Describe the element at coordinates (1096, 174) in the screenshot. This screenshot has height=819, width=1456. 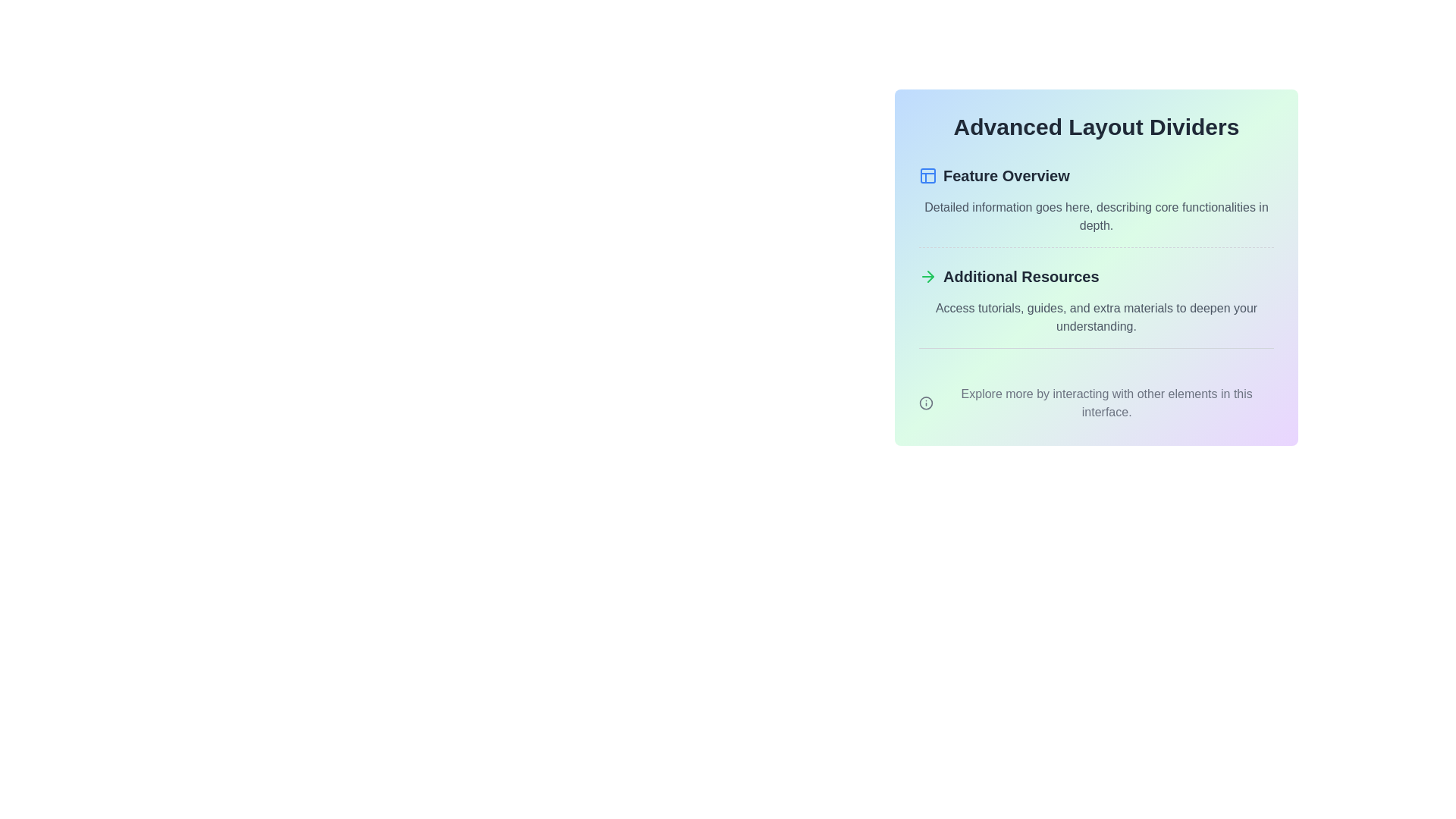
I see `the Heading with icon that summarizes the 'Feature Overview' section` at that location.